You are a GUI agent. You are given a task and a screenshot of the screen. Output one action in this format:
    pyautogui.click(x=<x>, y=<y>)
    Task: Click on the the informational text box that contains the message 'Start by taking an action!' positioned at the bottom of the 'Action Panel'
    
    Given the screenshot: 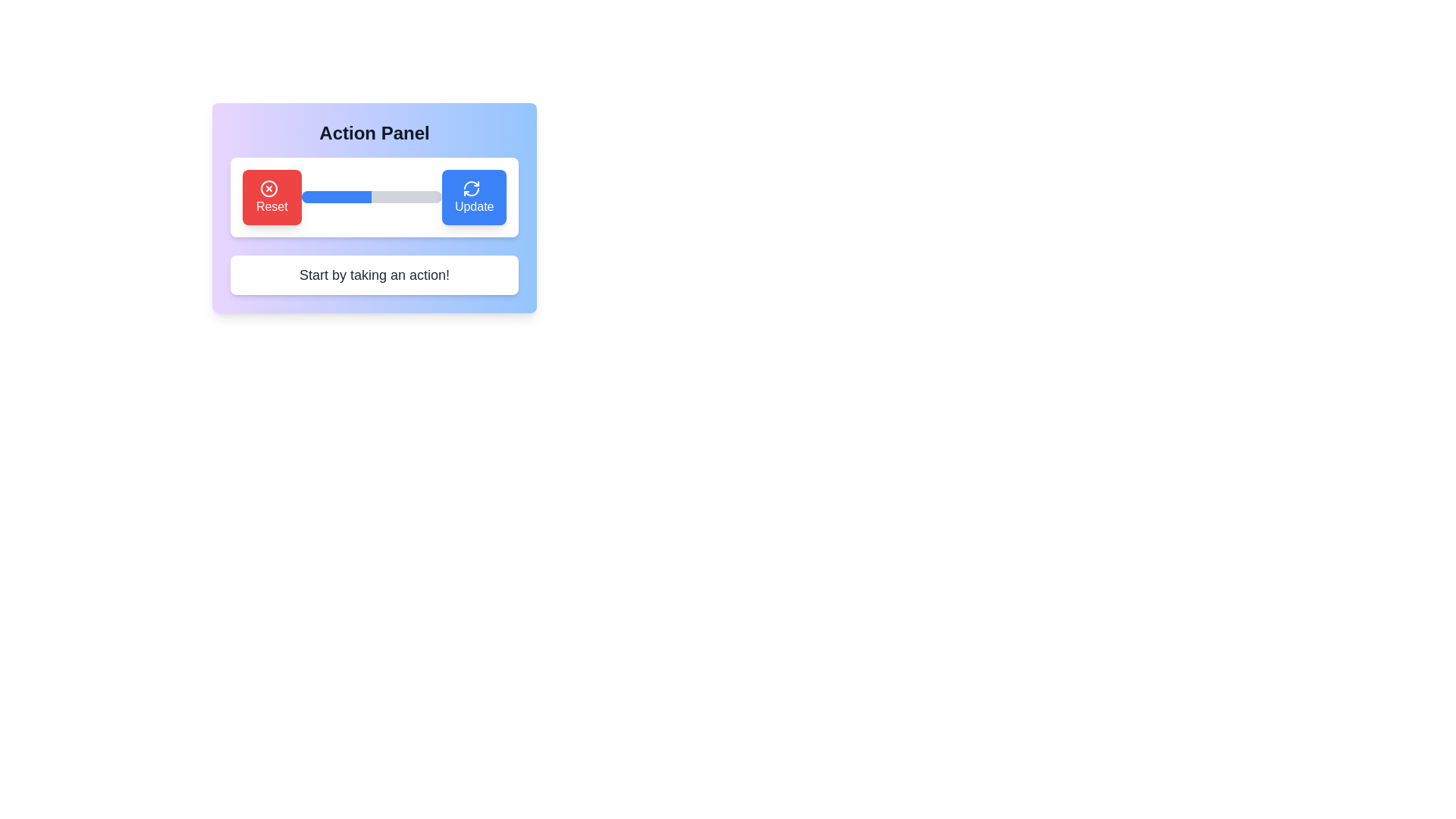 What is the action you would take?
    pyautogui.click(x=375, y=275)
    